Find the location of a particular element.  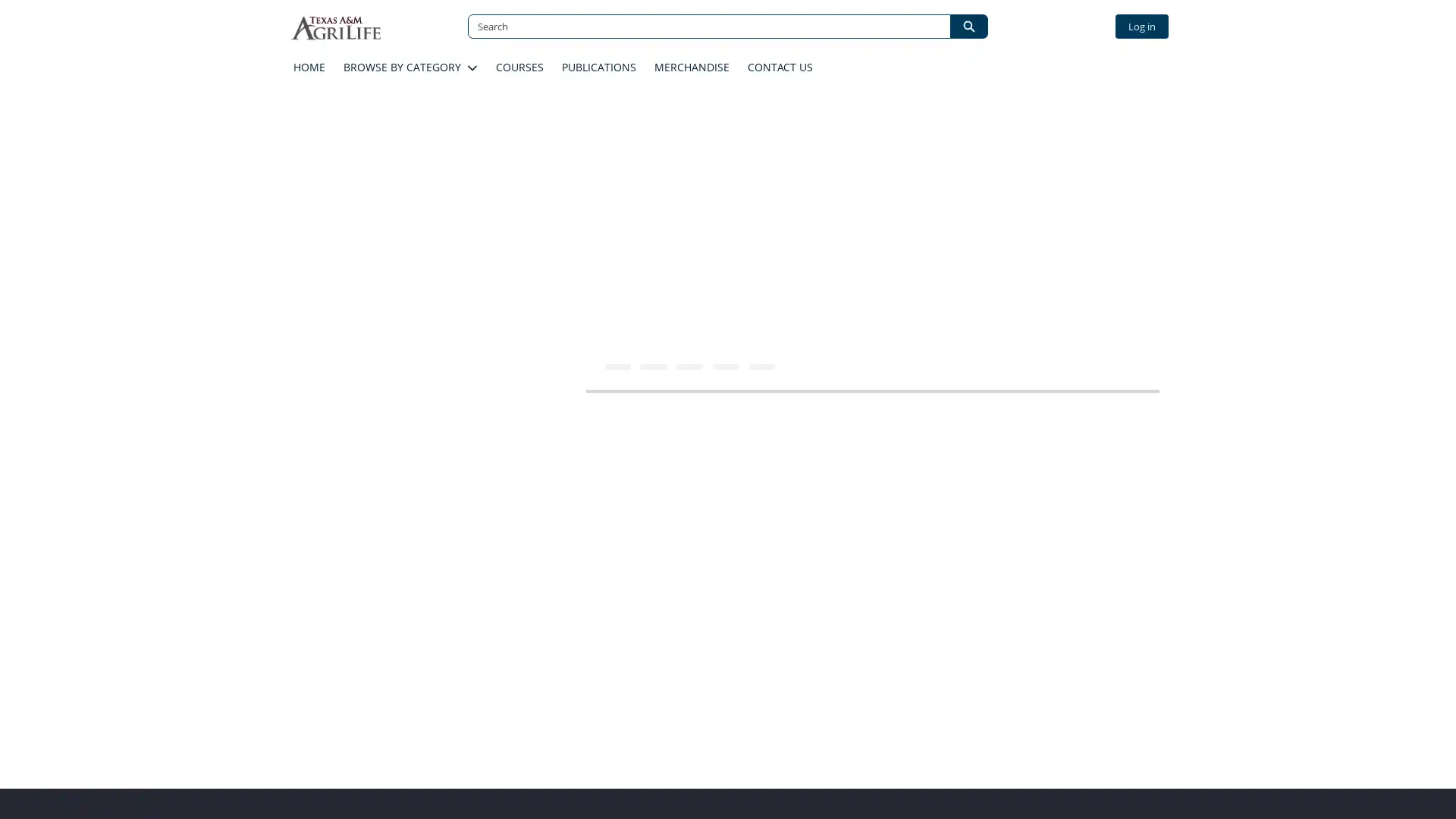

ADD TO LIST is located at coordinates (866, 348).